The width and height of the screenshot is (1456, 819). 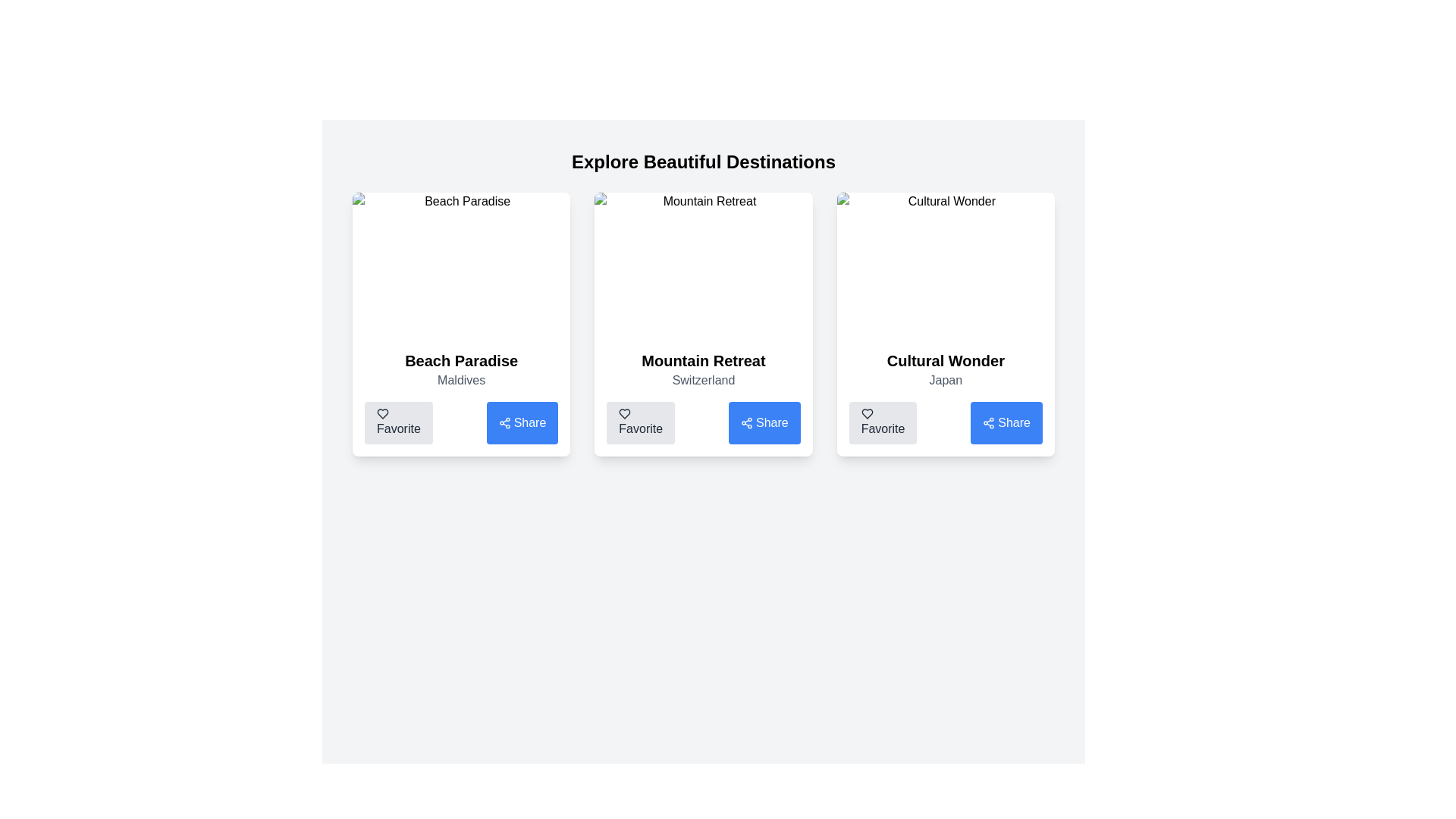 I want to click on the heart-shaped icon in the 'Favorite' button of the second card labeled 'Mountain Retreat', so click(x=625, y=414).